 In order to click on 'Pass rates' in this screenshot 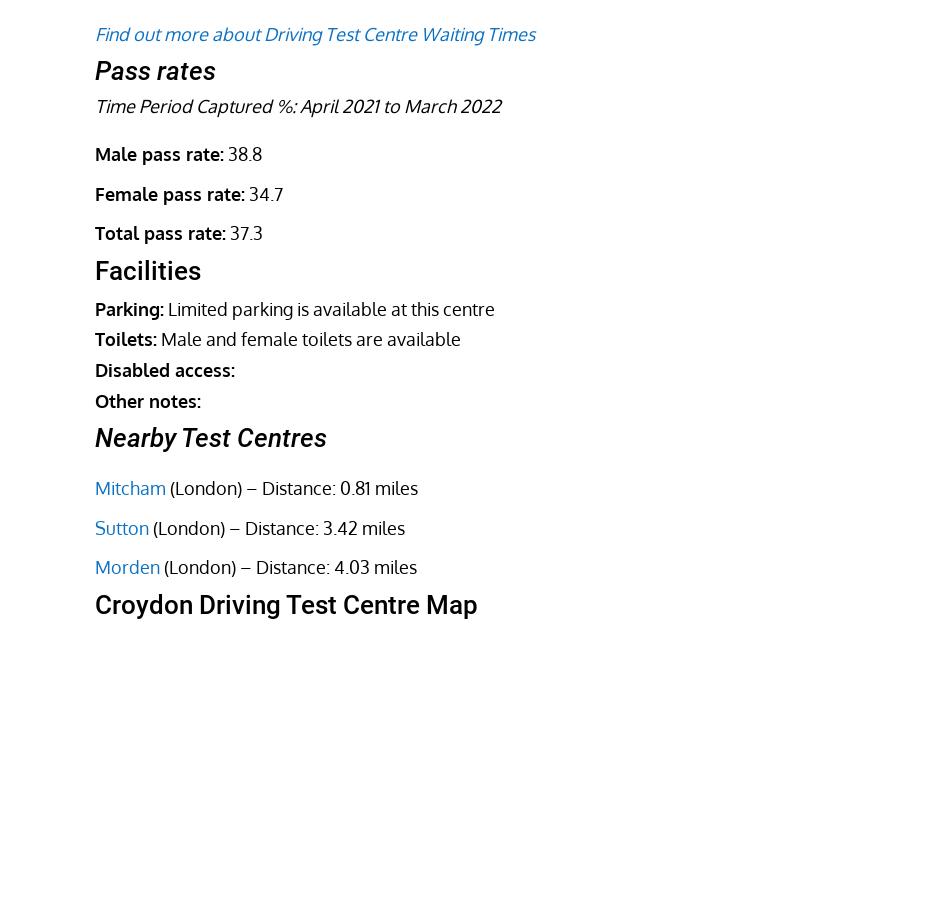, I will do `click(155, 68)`.